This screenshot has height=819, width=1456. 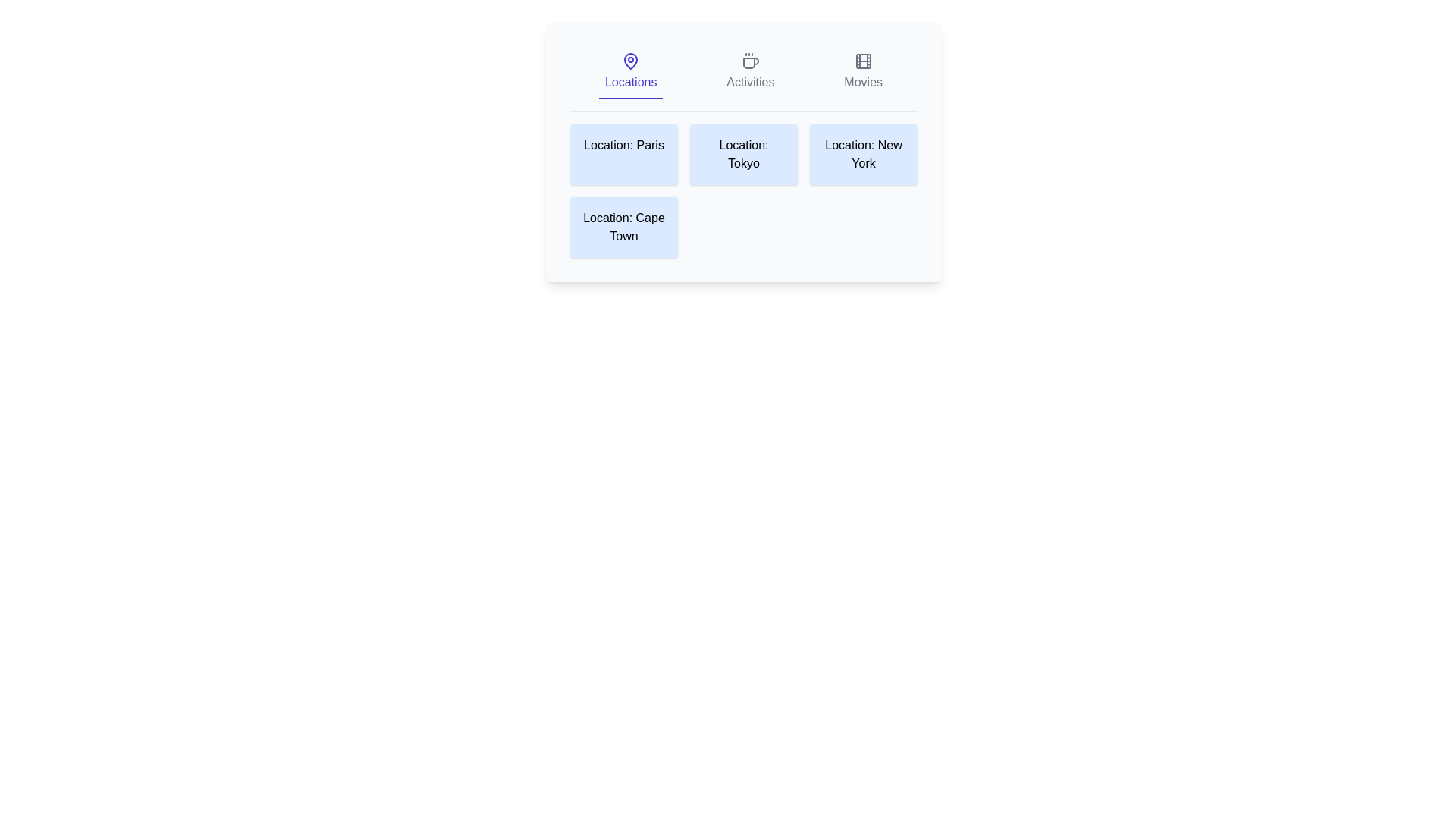 I want to click on the tab or card labeled Location: Cape Town, so click(x=623, y=227).